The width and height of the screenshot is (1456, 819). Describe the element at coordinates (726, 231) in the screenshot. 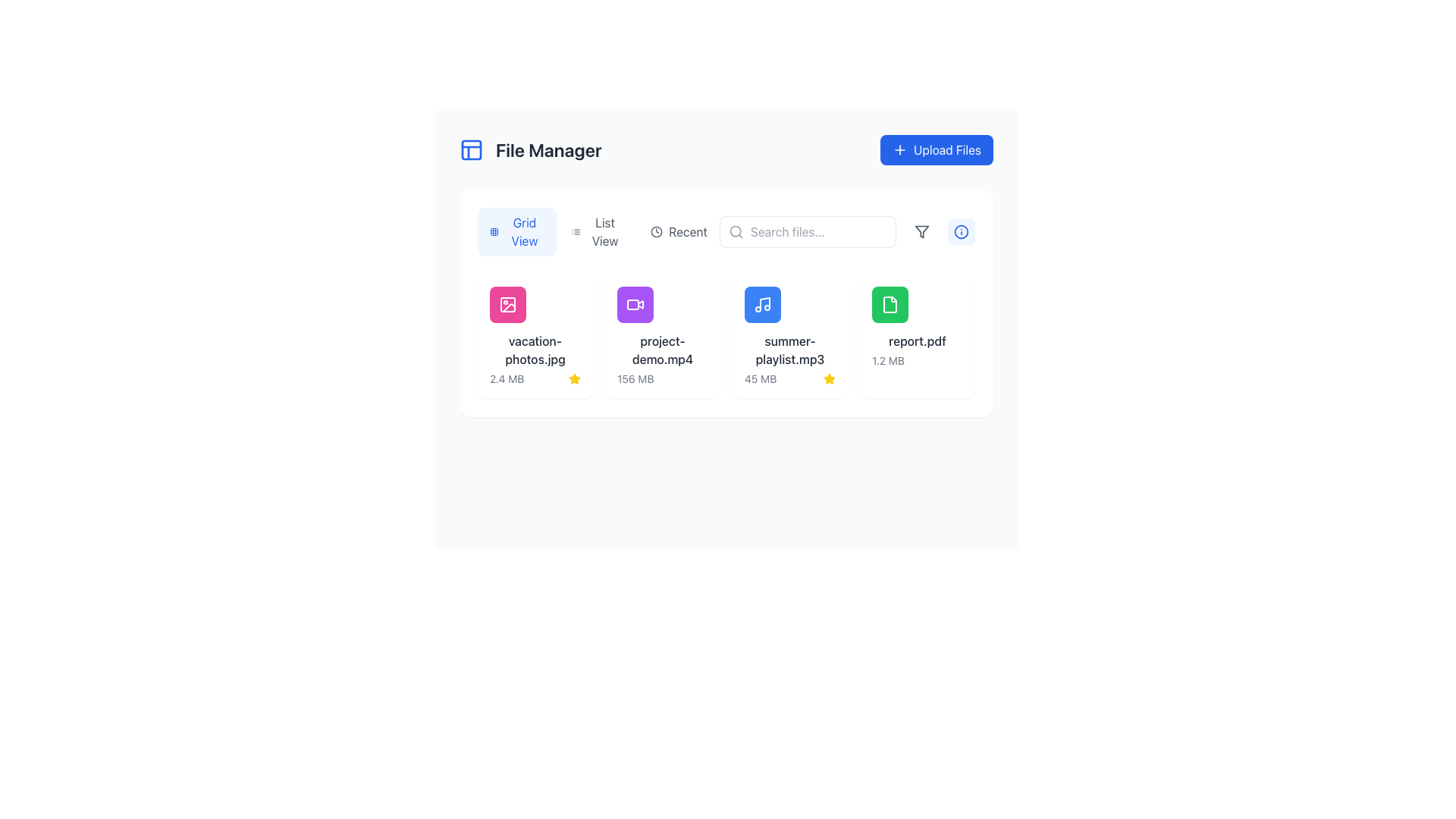

I see `the Toggle buttons group labeled 'Grid View,' 'List View,' and 'Recent' through keyboard navigation` at that location.